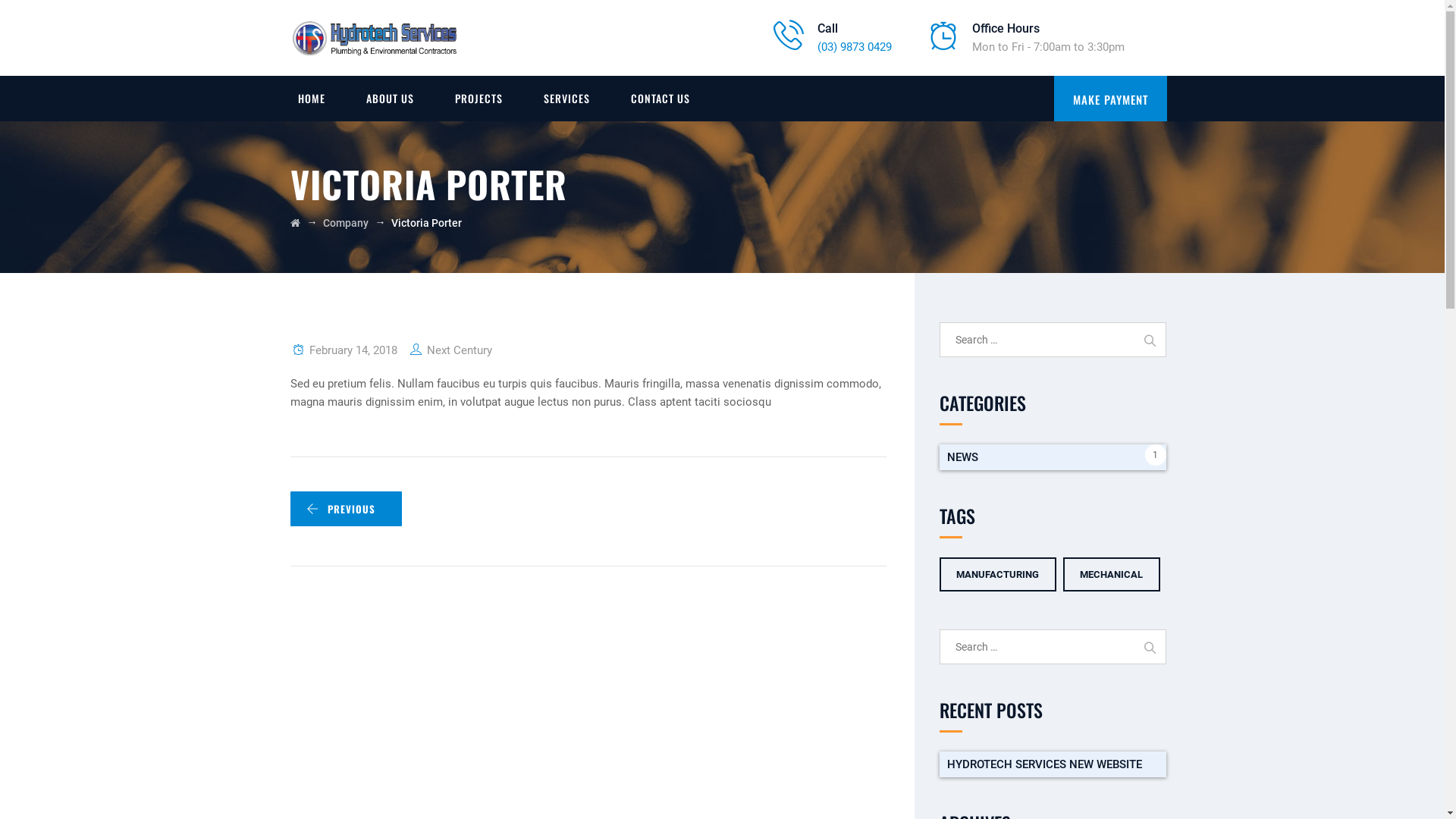  I want to click on 'Hydrotech Services', so click(290, 37).